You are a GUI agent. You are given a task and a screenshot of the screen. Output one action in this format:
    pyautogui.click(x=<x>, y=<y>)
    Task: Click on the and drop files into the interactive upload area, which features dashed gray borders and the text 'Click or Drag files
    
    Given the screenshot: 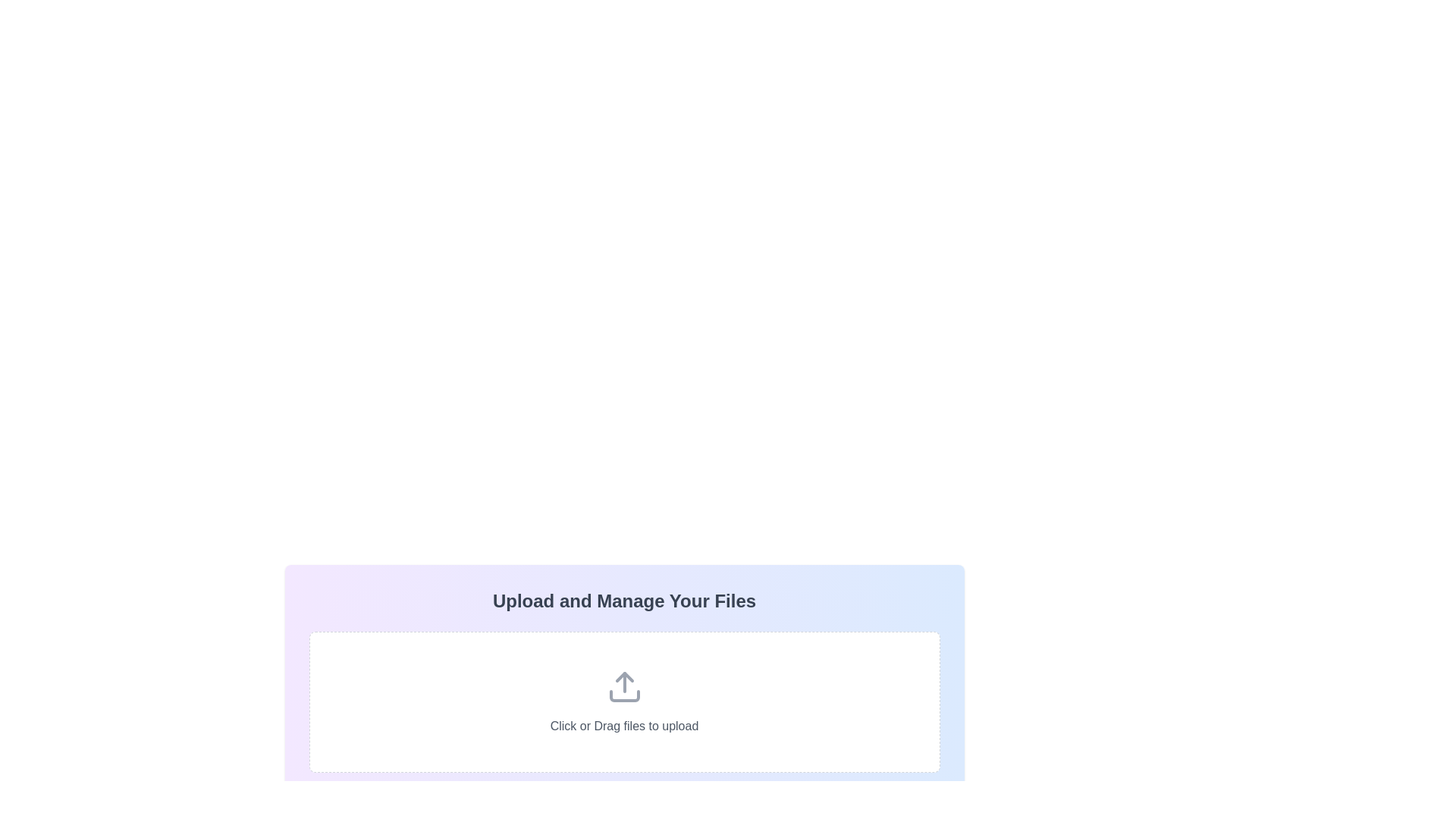 What is the action you would take?
    pyautogui.click(x=624, y=701)
    